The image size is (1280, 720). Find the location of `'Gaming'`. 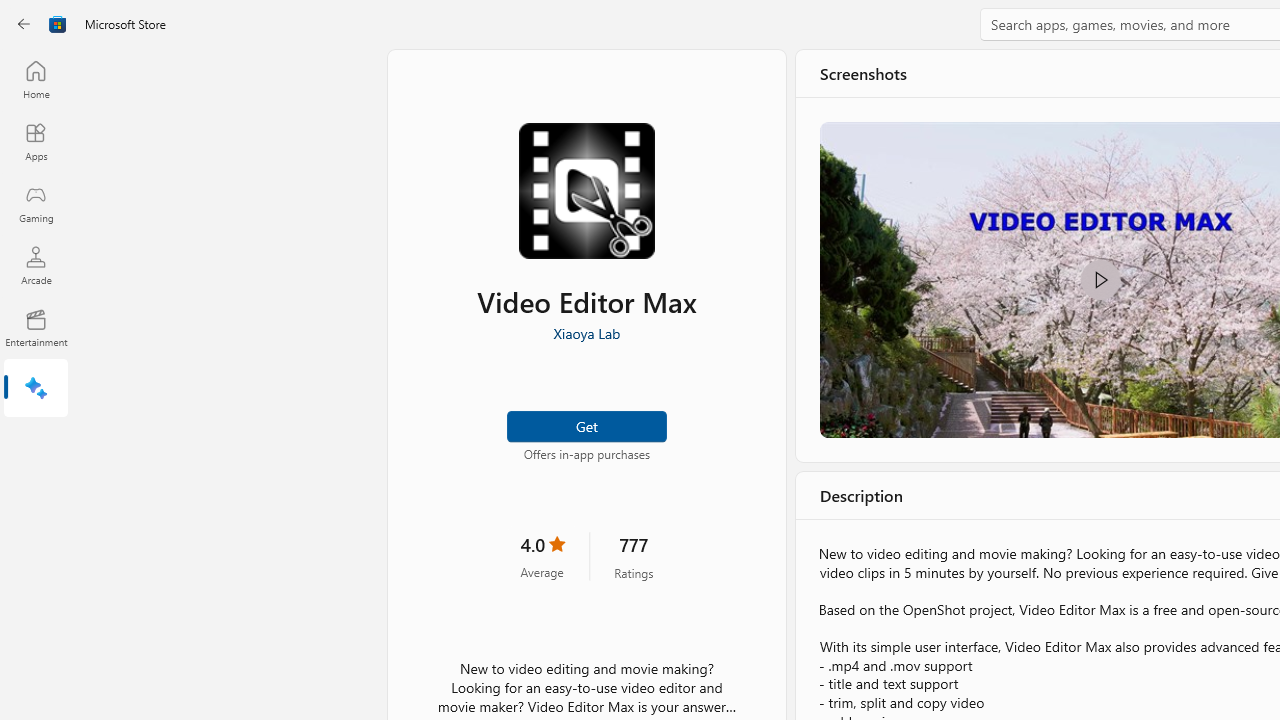

'Gaming' is located at coordinates (35, 203).